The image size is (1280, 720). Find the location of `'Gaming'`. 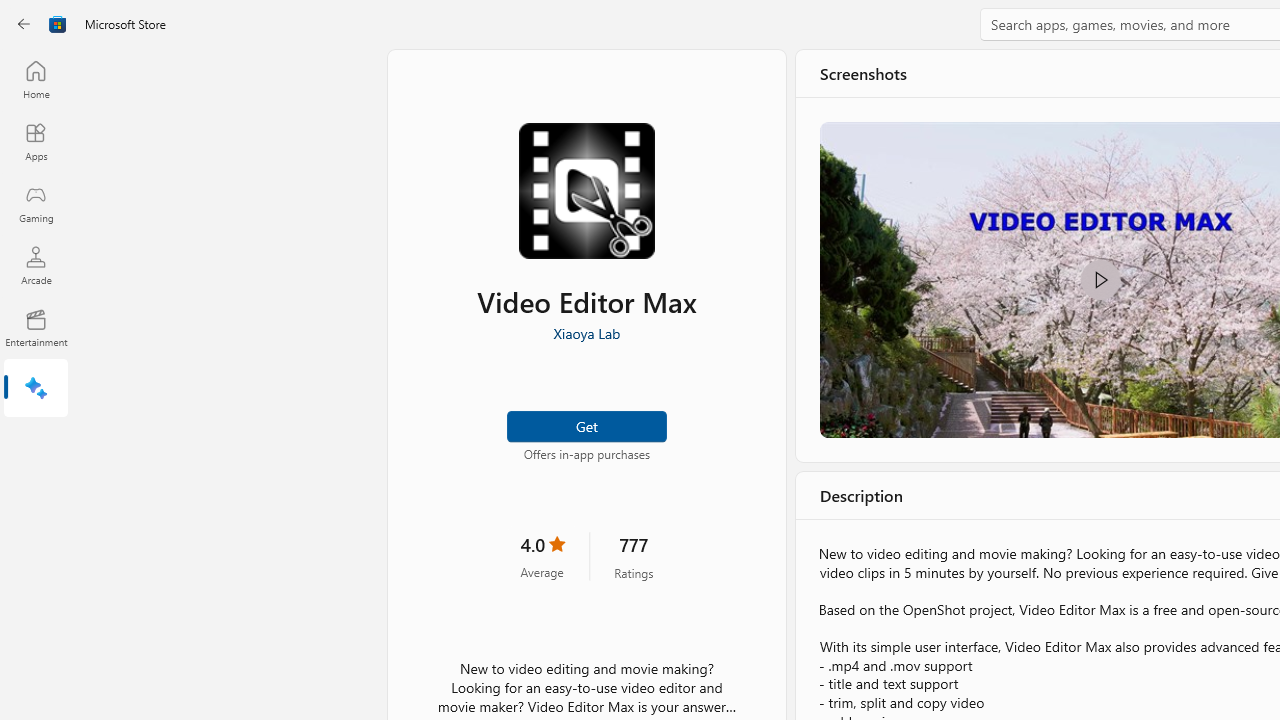

'Gaming' is located at coordinates (35, 203).